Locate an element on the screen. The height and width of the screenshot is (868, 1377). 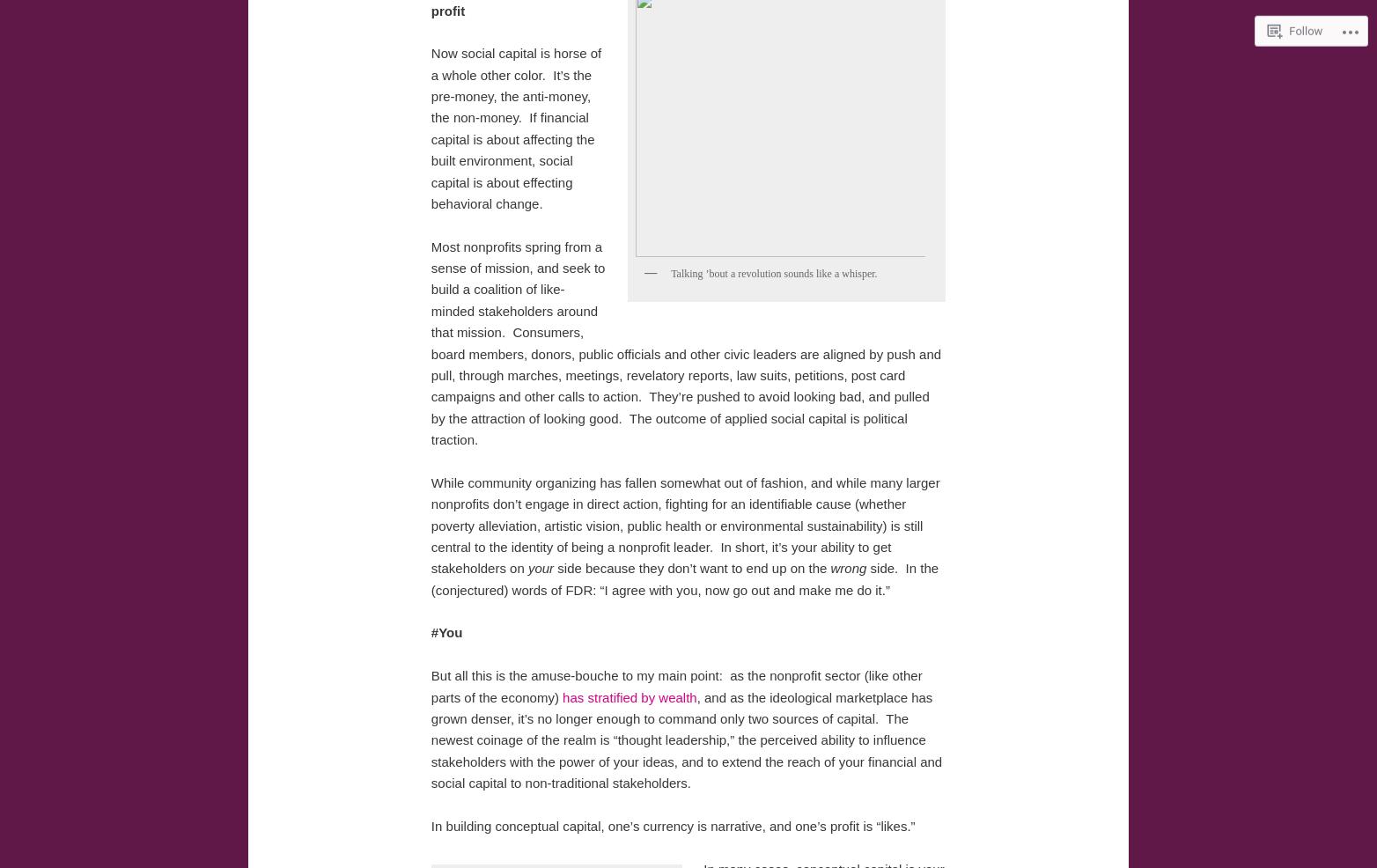
'wrong' is located at coordinates (848, 568).